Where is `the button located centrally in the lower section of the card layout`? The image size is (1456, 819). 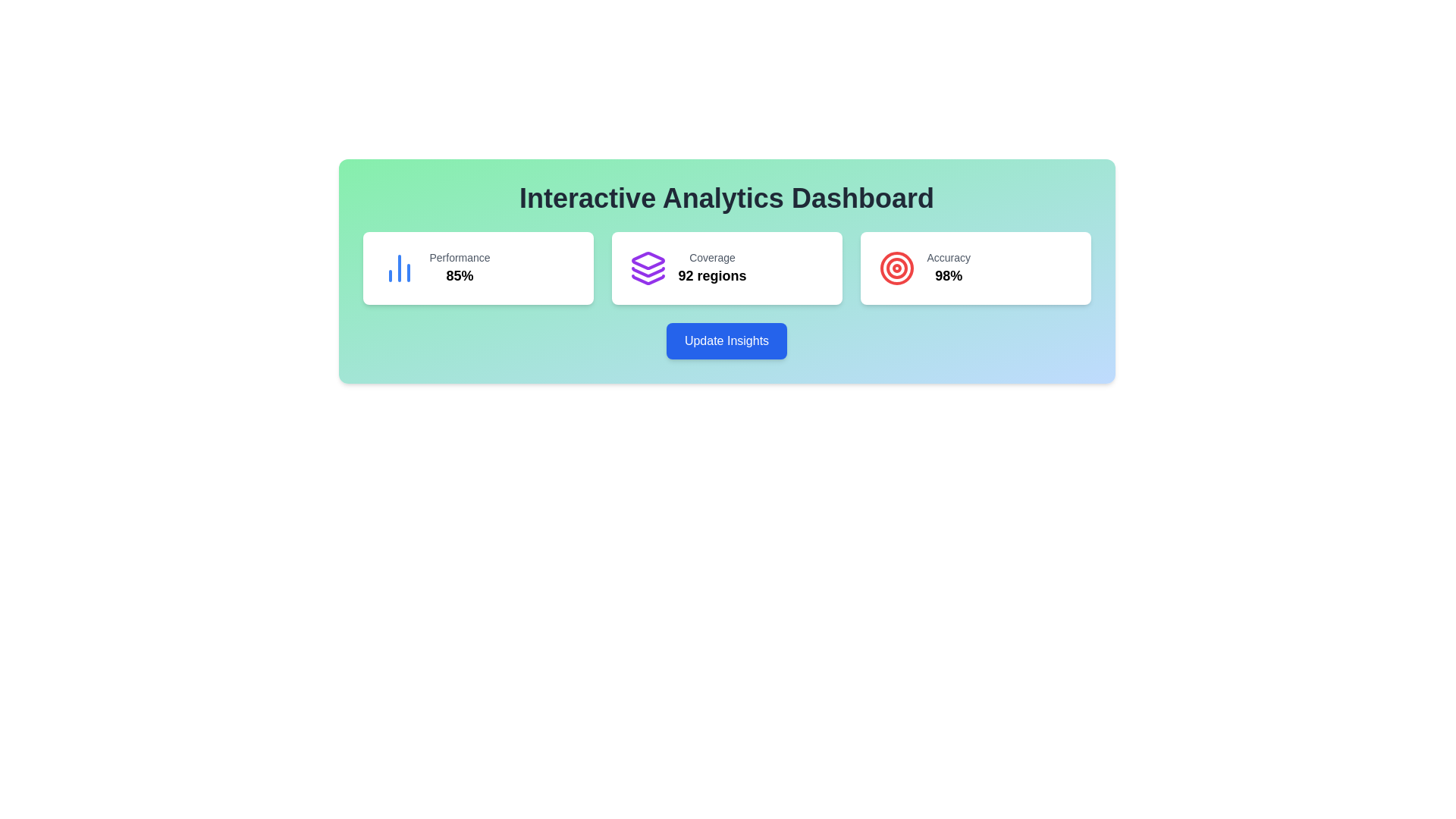
the button located centrally in the lower section of the card layout is located at coordinates (726, 341).